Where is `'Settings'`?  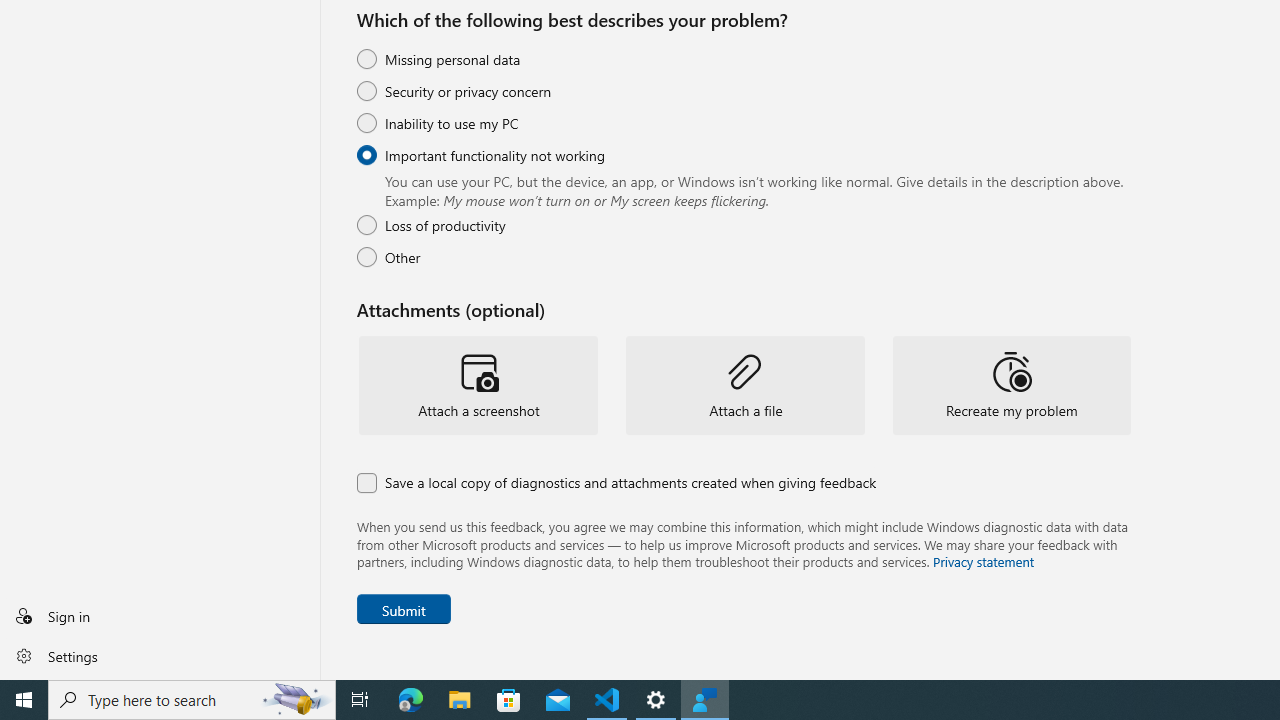 'Settings' is located at coordinates (160, 655).